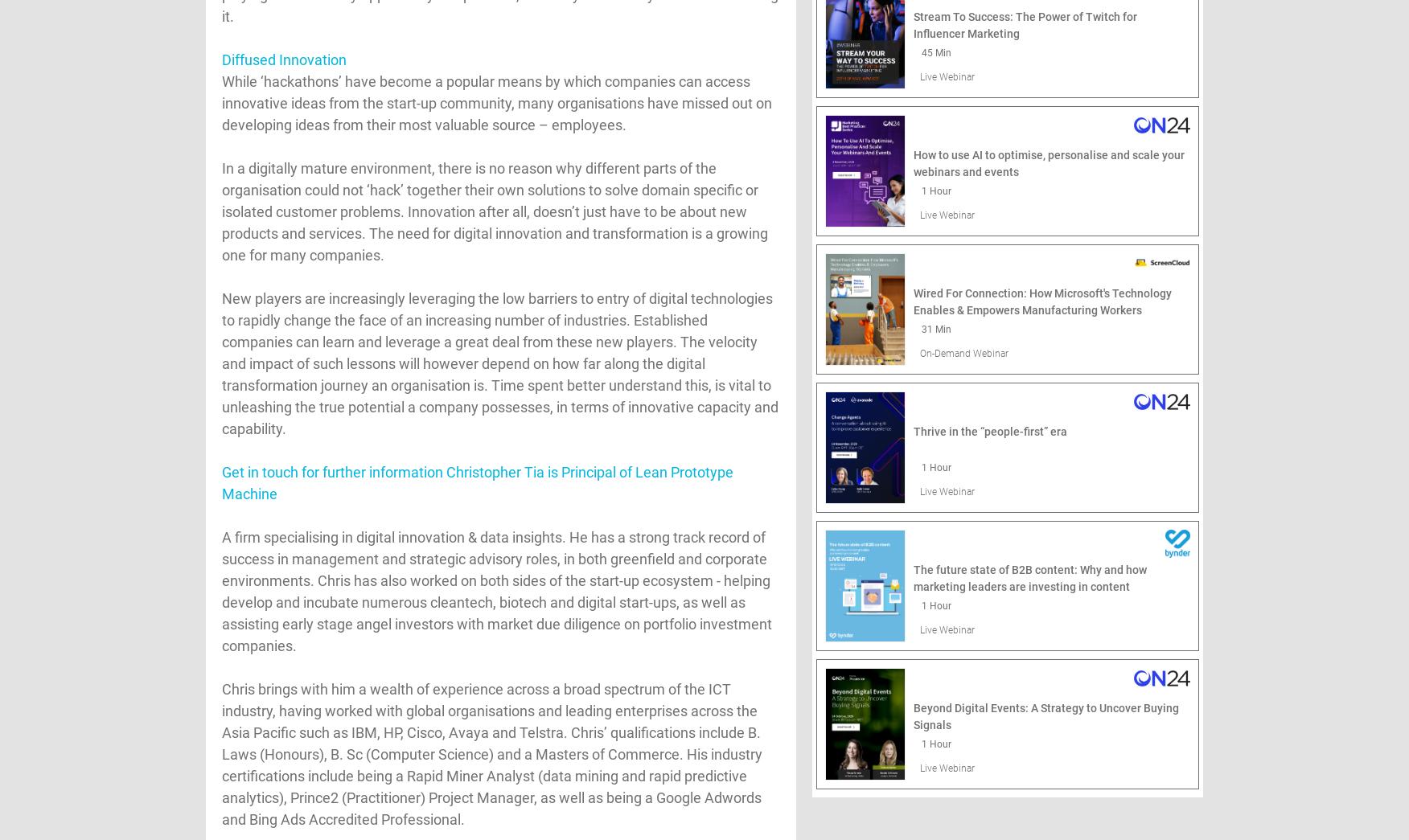  What do you see at coordinates (499, 363) in the screenshot?
I see `'New players are increasingly leveraging the low barriers to entry of digital technologies to rapidly change the face of an increasing number of industries. Established companies can learn and leverage a great deal from these new players. The velocity and impact of such lessons will however depend on how far along the digital transformation journey an organisation is. Time spent better understand this, is vital to unleashing the true potential a company possesses, in terms of innovative capacity and capability.'` at bounding box center [499, 363].